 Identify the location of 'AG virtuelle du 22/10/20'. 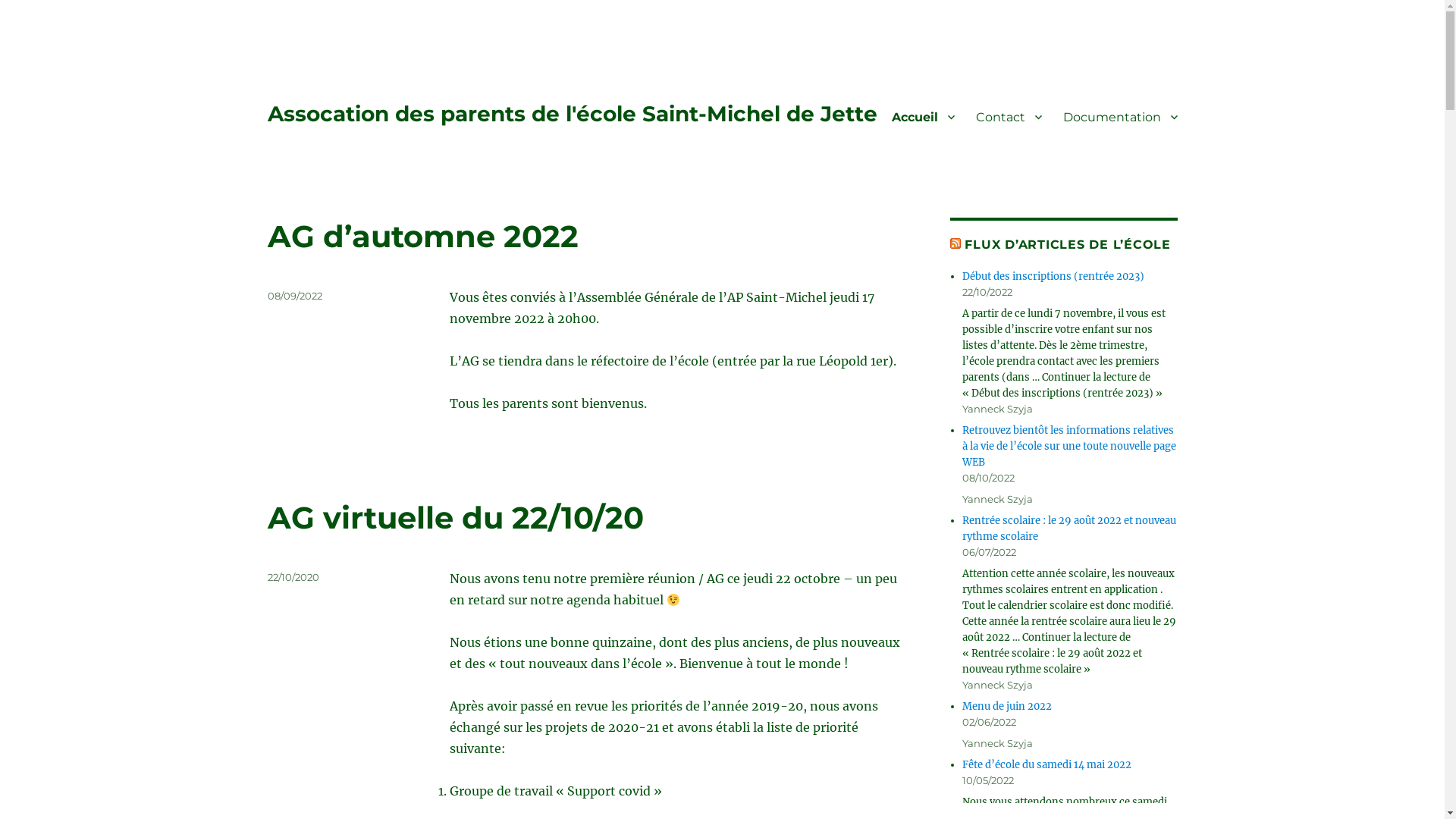
(454, 516).